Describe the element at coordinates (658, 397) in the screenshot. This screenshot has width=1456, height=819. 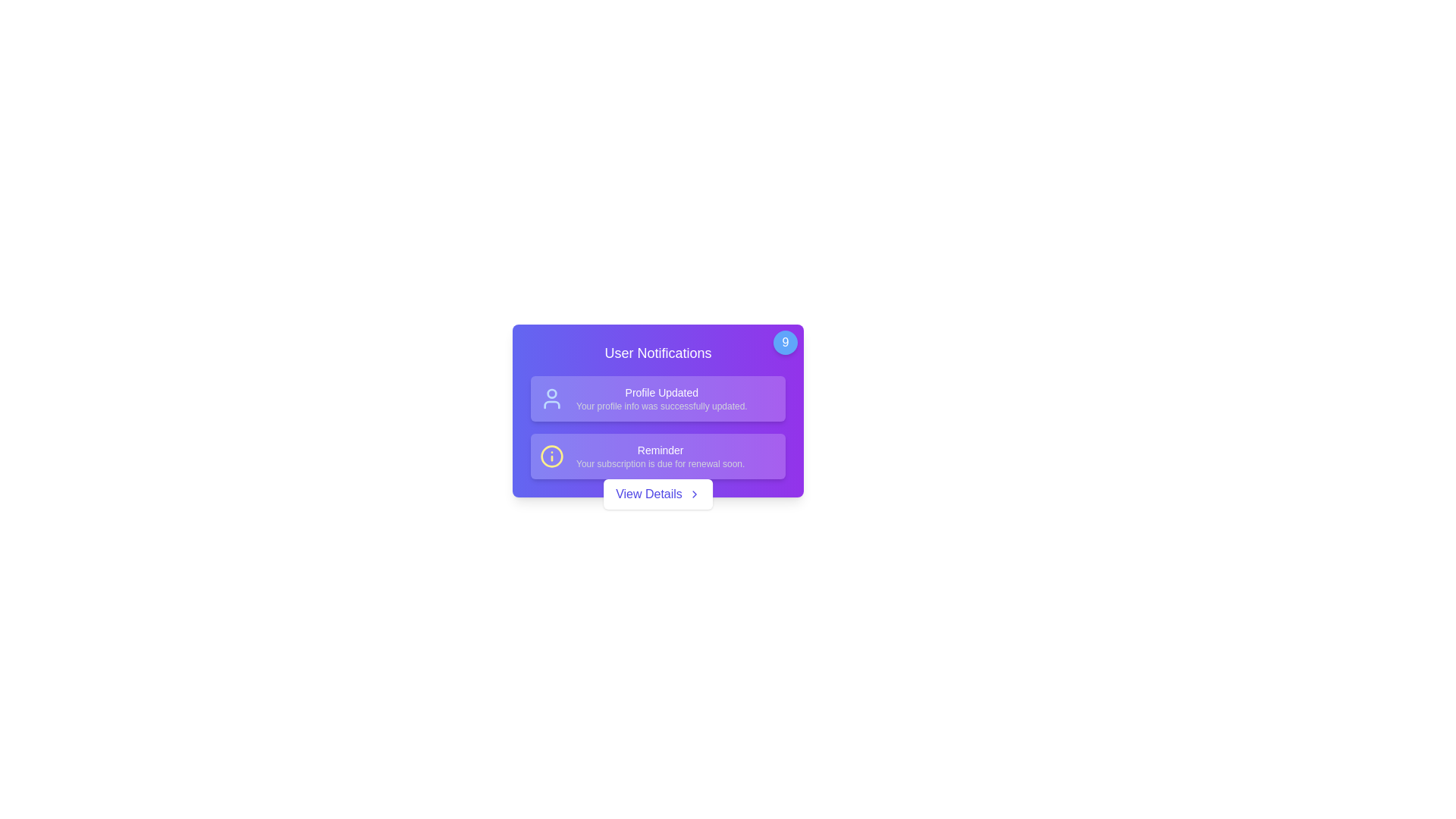
I see `the Notification Panel that confirms the user's profile has been successfully updated, which is the first notification item in the vertically stacked group` at that location.